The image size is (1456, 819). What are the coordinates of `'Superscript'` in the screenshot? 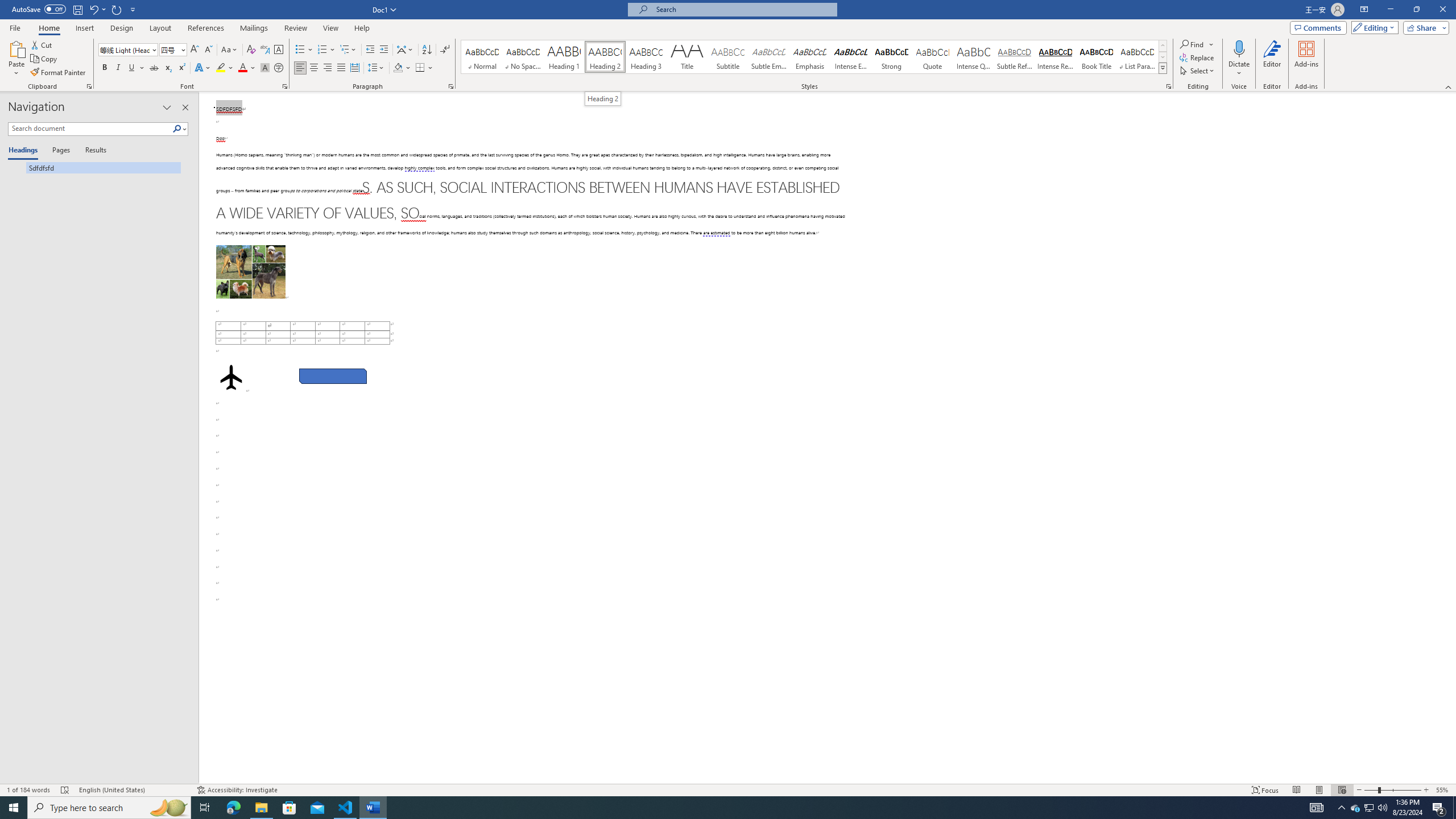 It's located at (180, 67).